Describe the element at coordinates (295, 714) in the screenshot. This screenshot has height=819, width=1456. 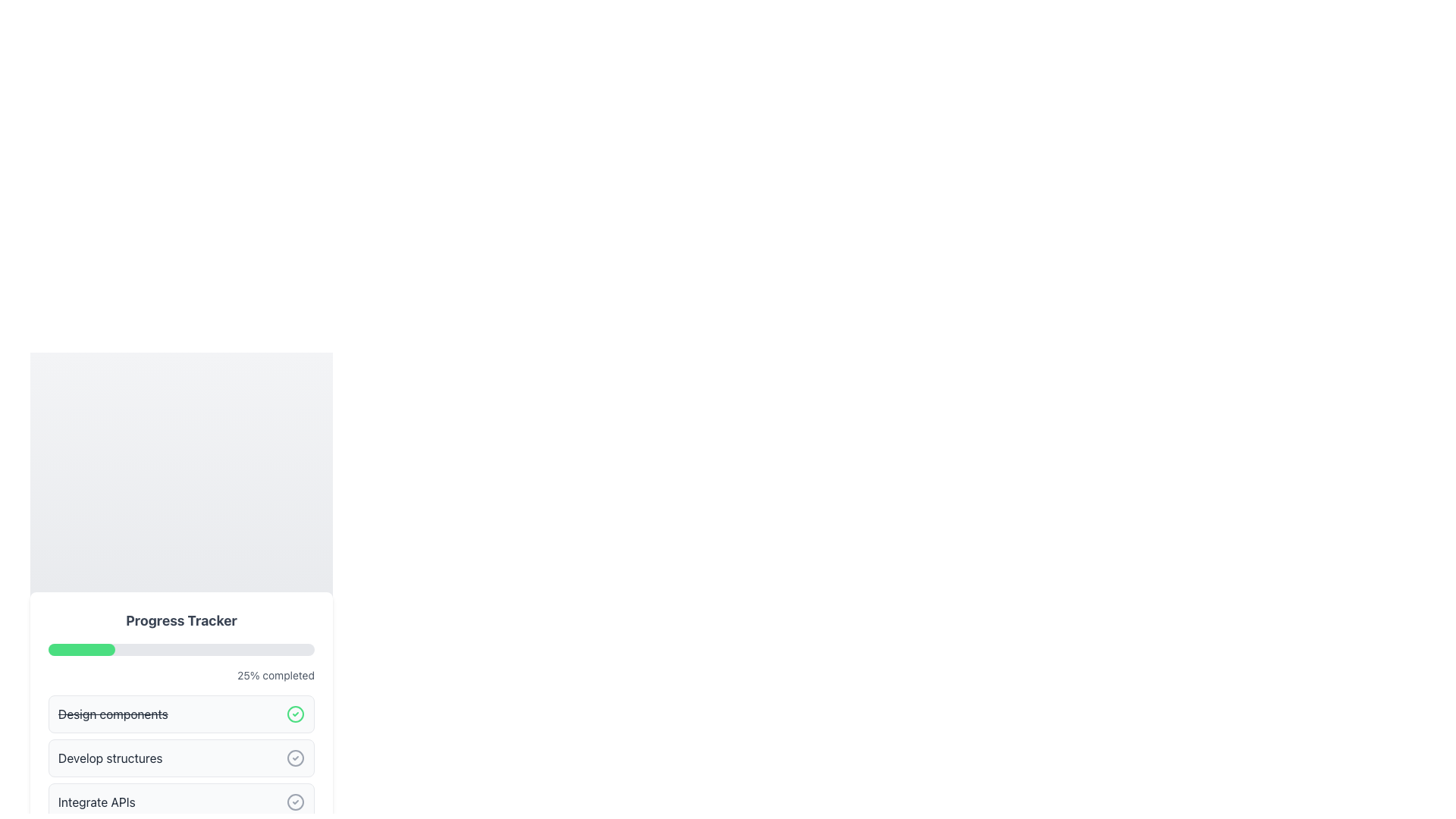
I see `the SVG circle element that indicates task status, positioned to the right of the strikethrough text 'Design components' in the progress tracker interface` at that location.